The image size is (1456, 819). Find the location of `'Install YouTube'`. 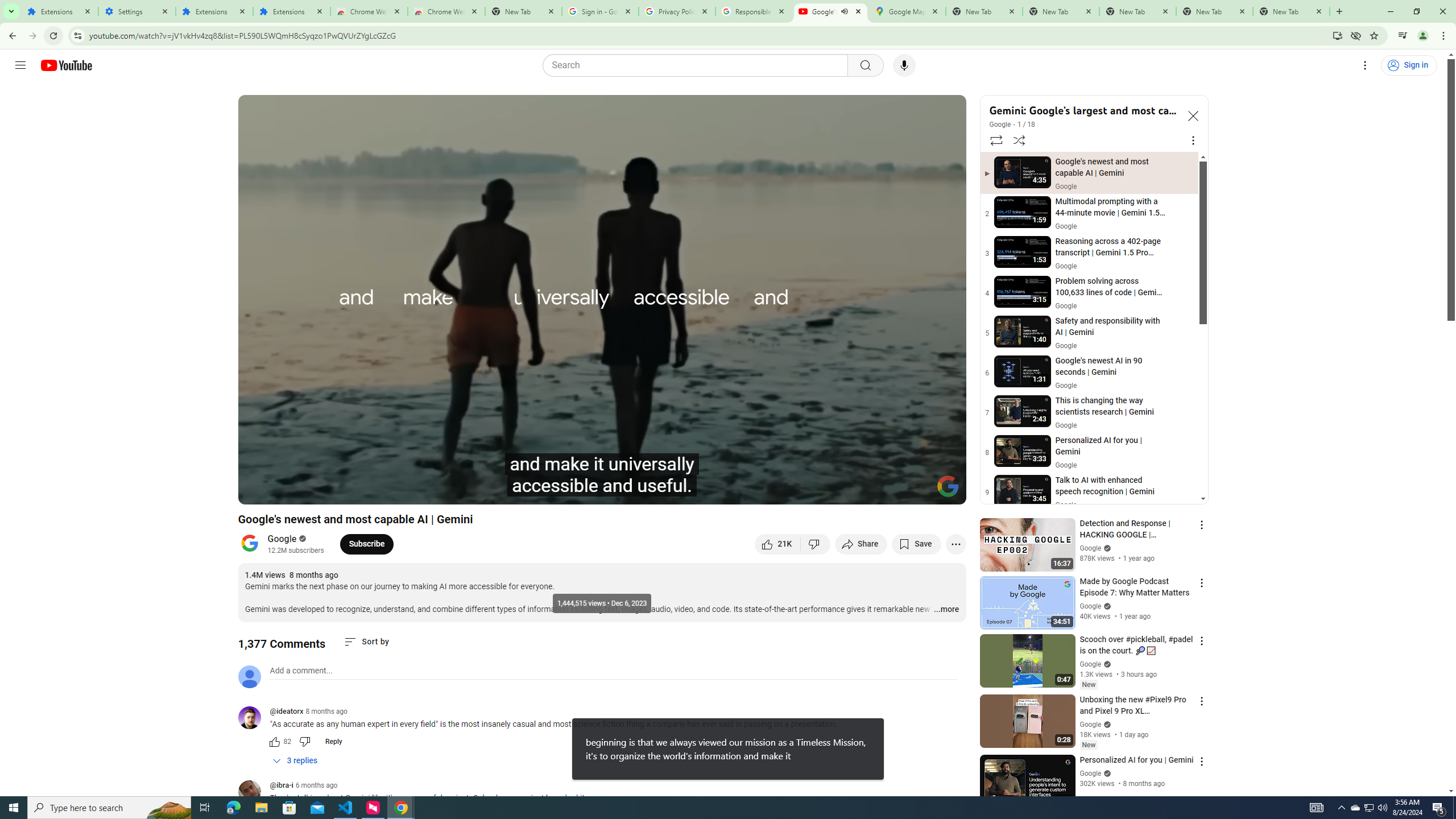

'Install YouTube' is located at coordinates (1337, 35).